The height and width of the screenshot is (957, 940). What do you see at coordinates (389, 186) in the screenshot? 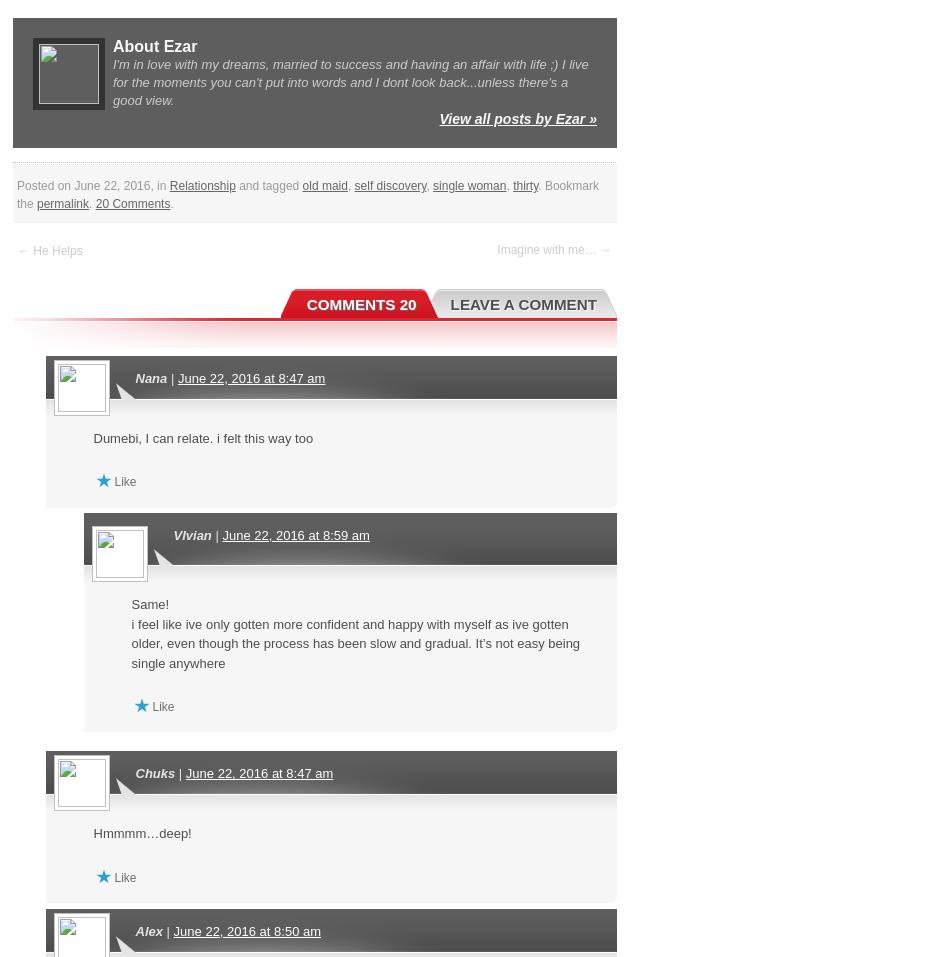
I see `'self discovery'` at bounding box center [389, 186].